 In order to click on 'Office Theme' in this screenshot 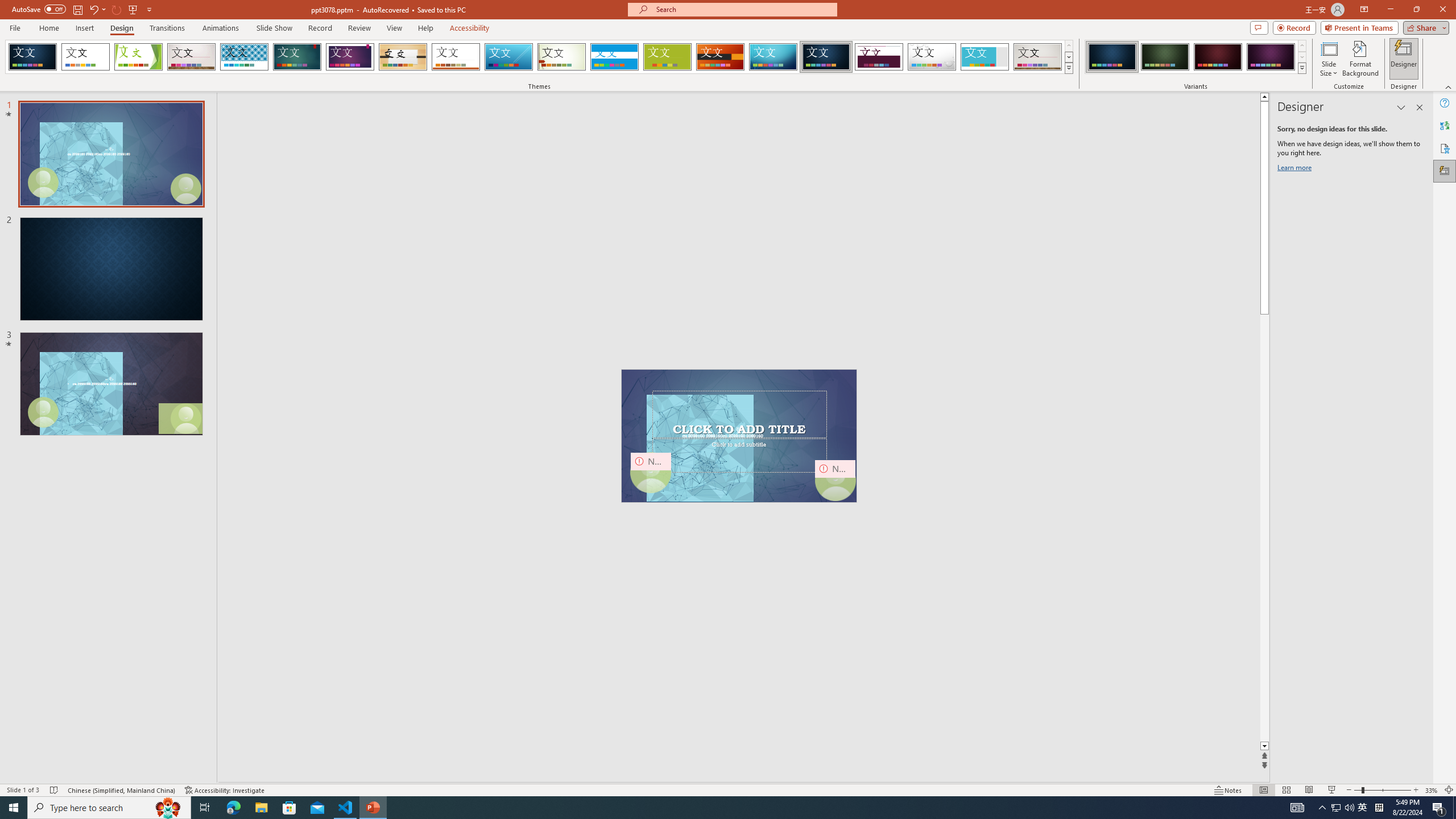, I will do `click(85, 56)`.